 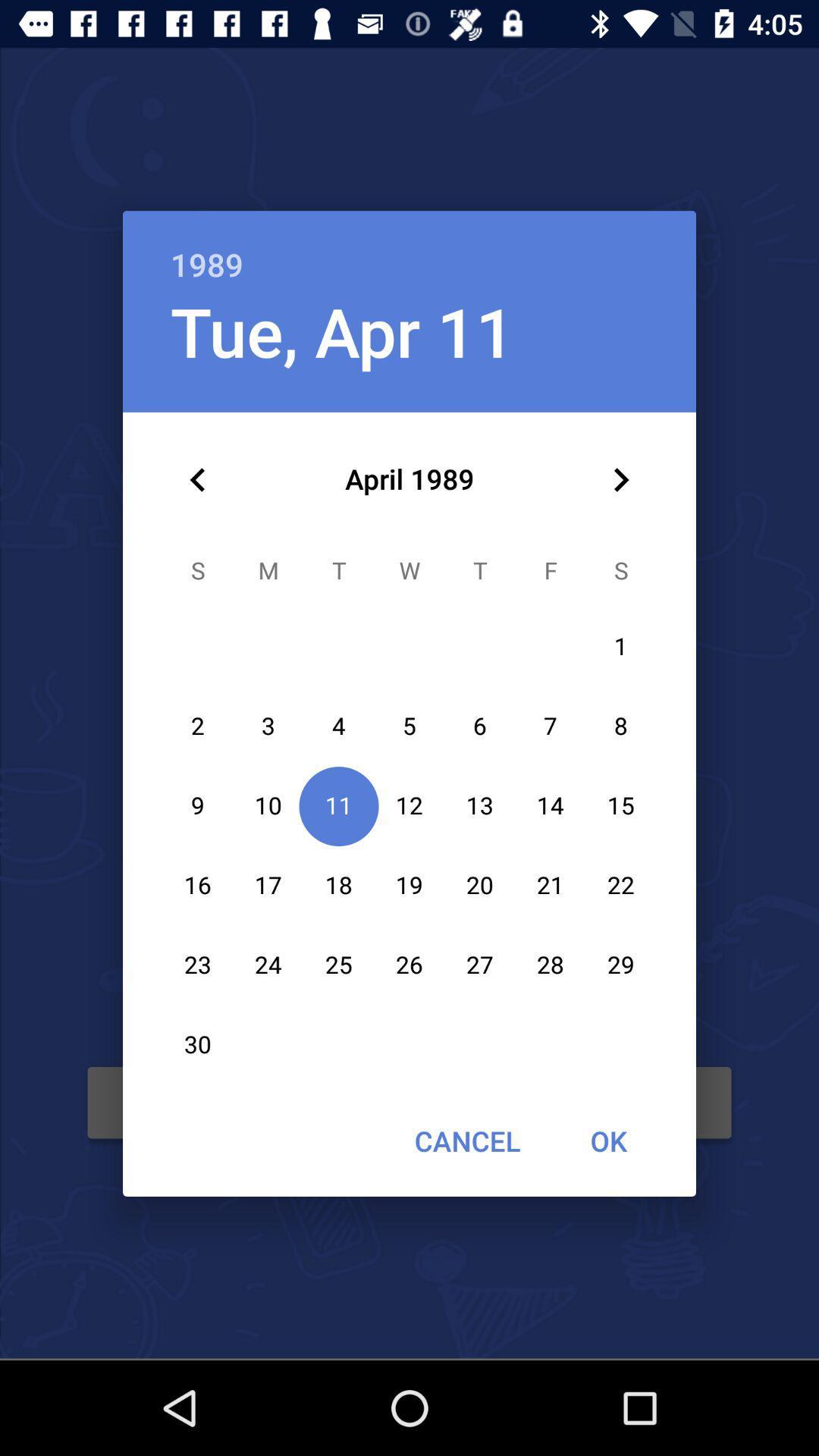 I want to click on ok, so click(x=607, y=1141).